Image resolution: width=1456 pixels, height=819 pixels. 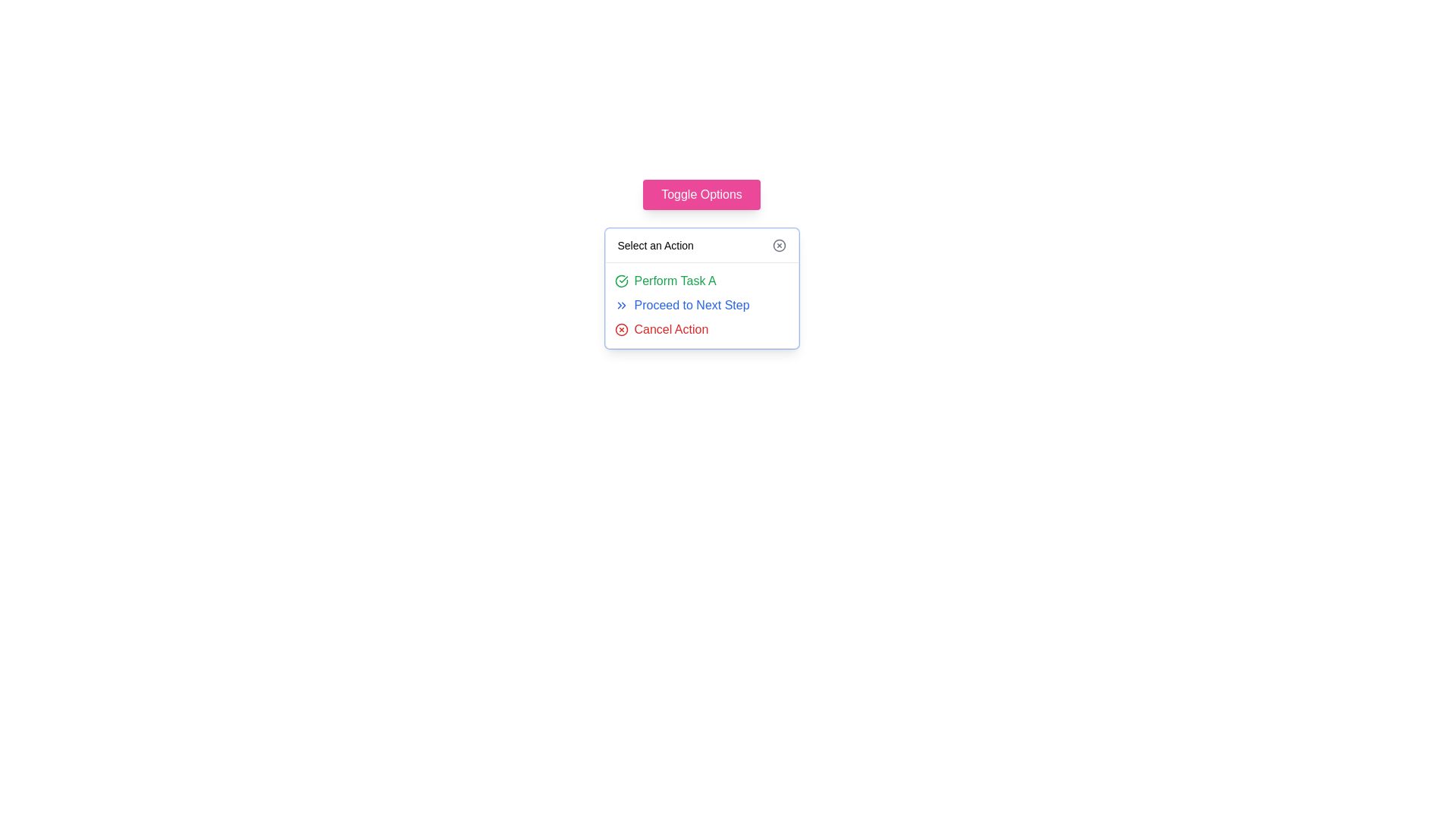 I want to click on the 'Cancel Action' button with a red font and a red circular icon with an 'X' to observe the hover effect, so click(x=701, y=329).